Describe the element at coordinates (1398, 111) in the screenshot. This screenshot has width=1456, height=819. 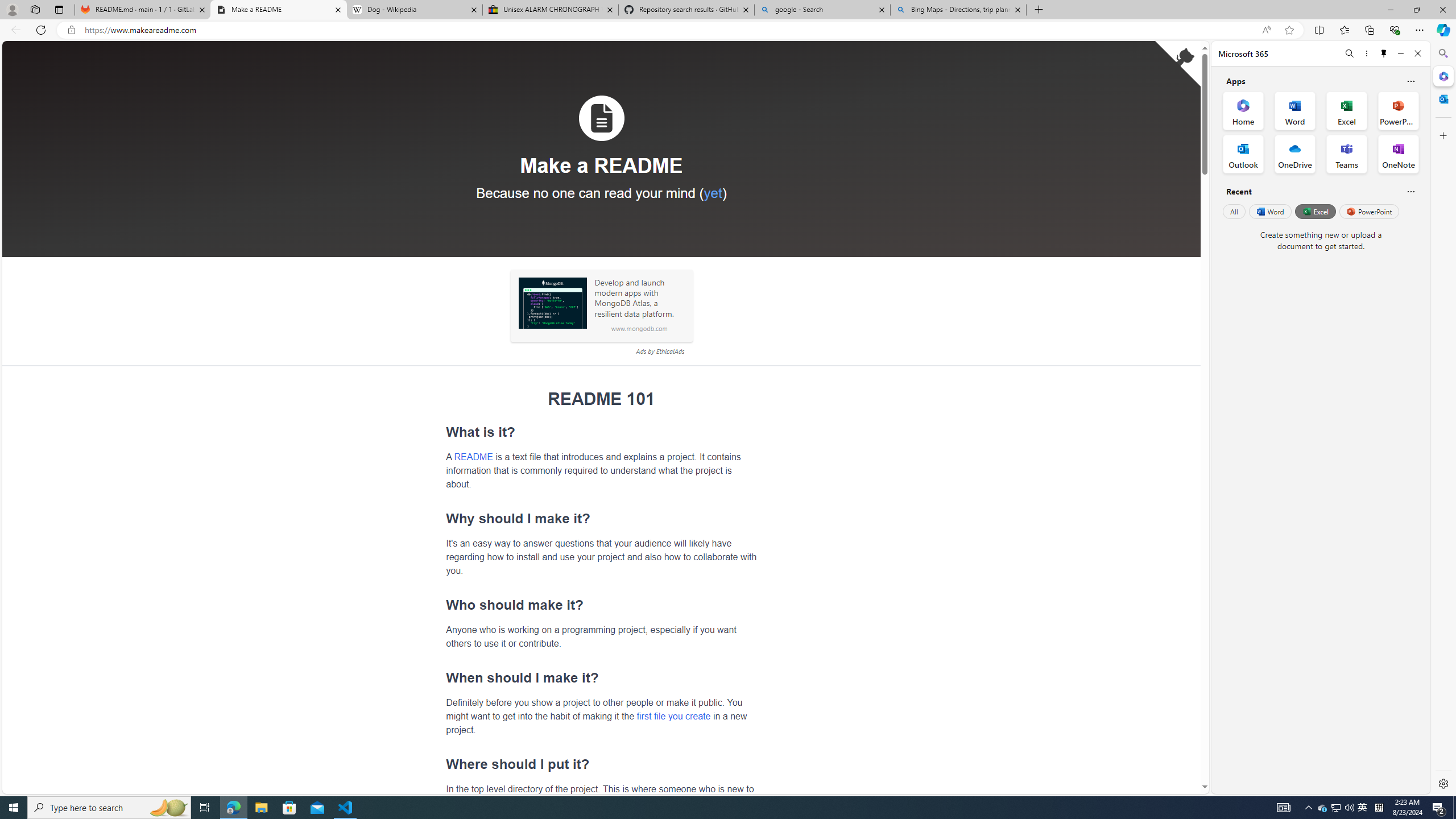
I see `'PowerPoint Office App'` at that location.